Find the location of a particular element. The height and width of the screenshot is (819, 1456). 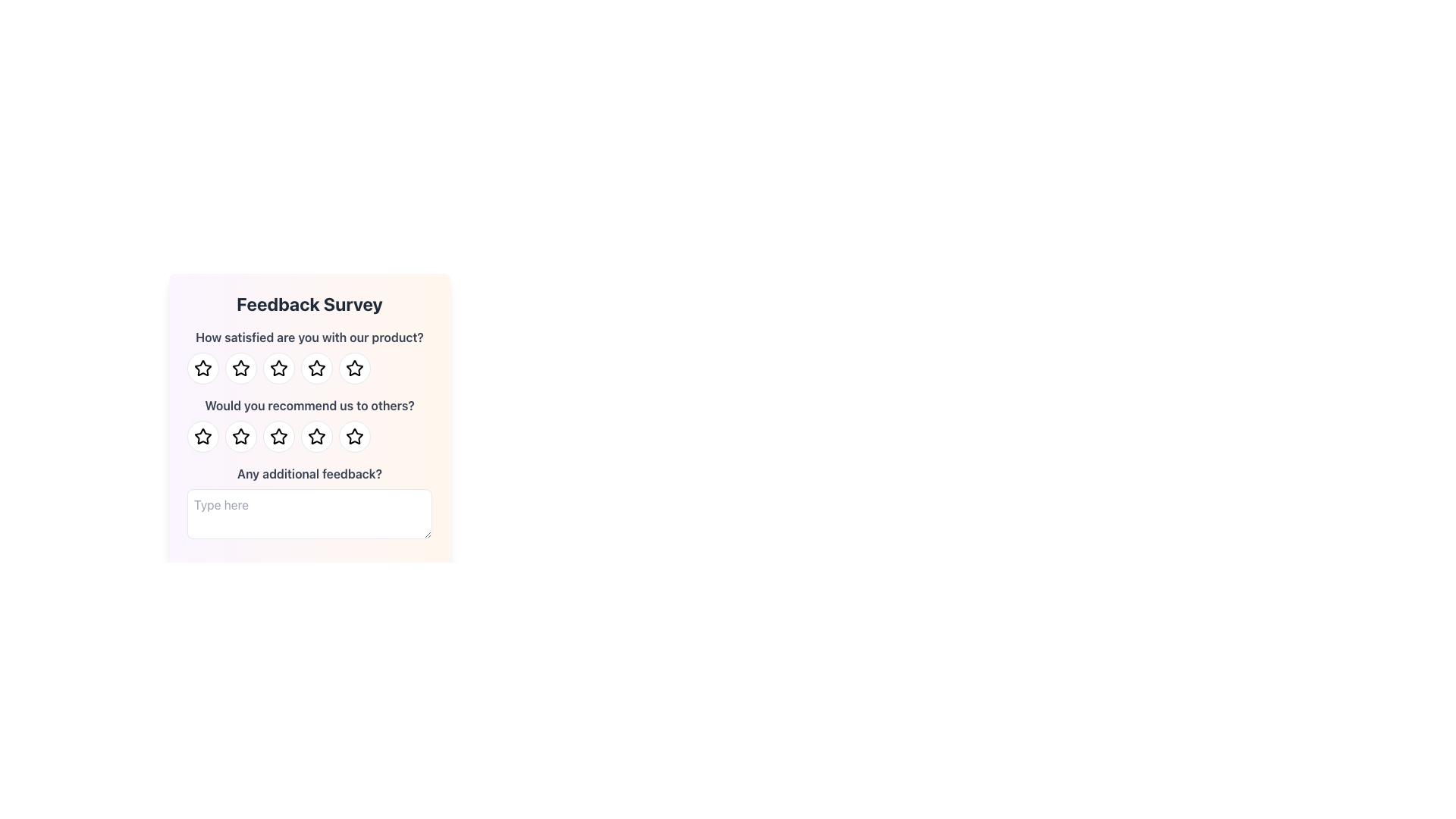

one of the star icons in the Rating widget labeled 'Would you recommend us to others?' is located at coordinates (309, 424).